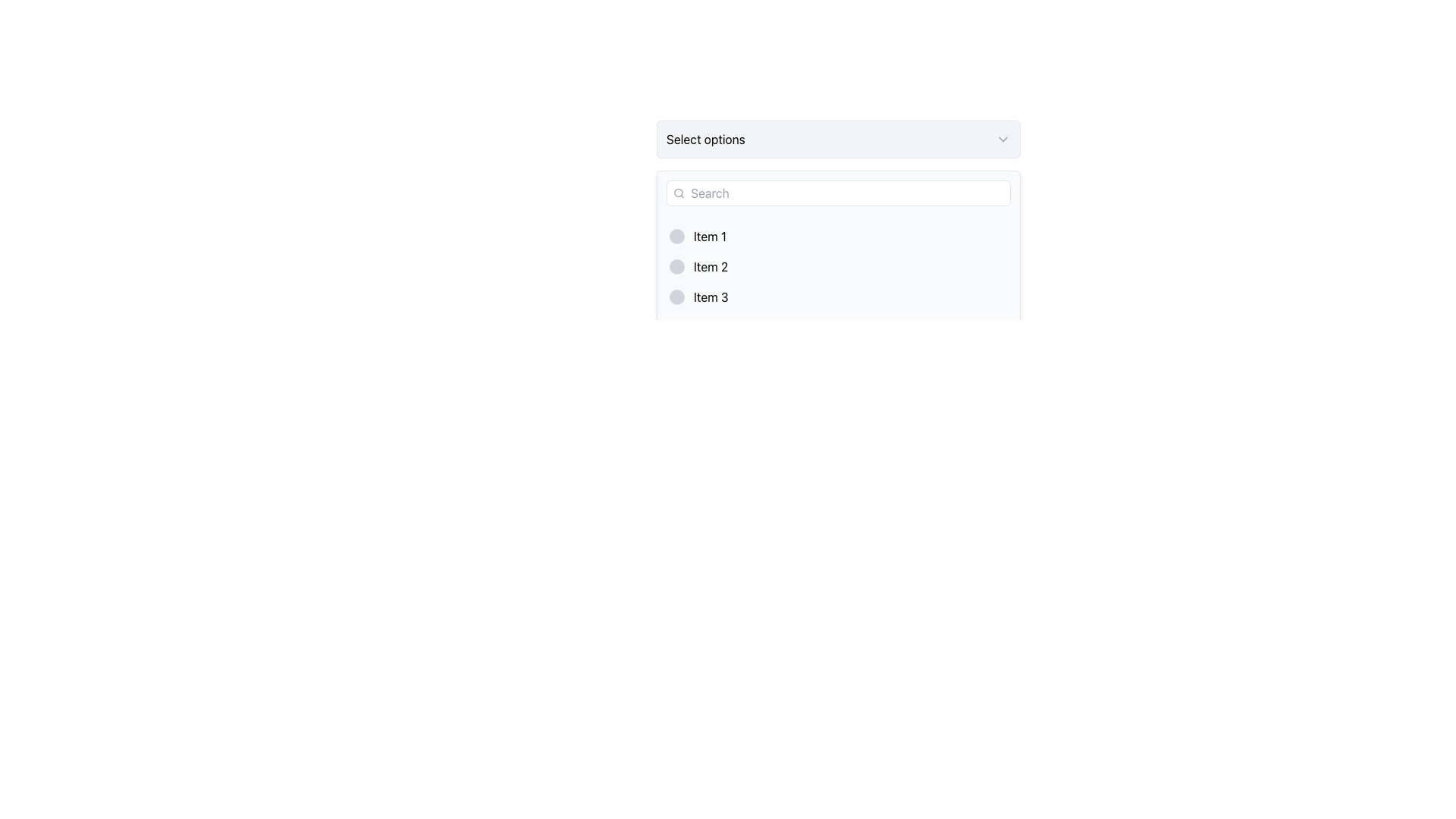 Image resolution: width=1456 pixels, height=819 pixels. Describe the element at coordinates (1003, 140) in the screenshot. I see `the chevron-down icon located at the far right of the 'Select options' dropdown` at that location.